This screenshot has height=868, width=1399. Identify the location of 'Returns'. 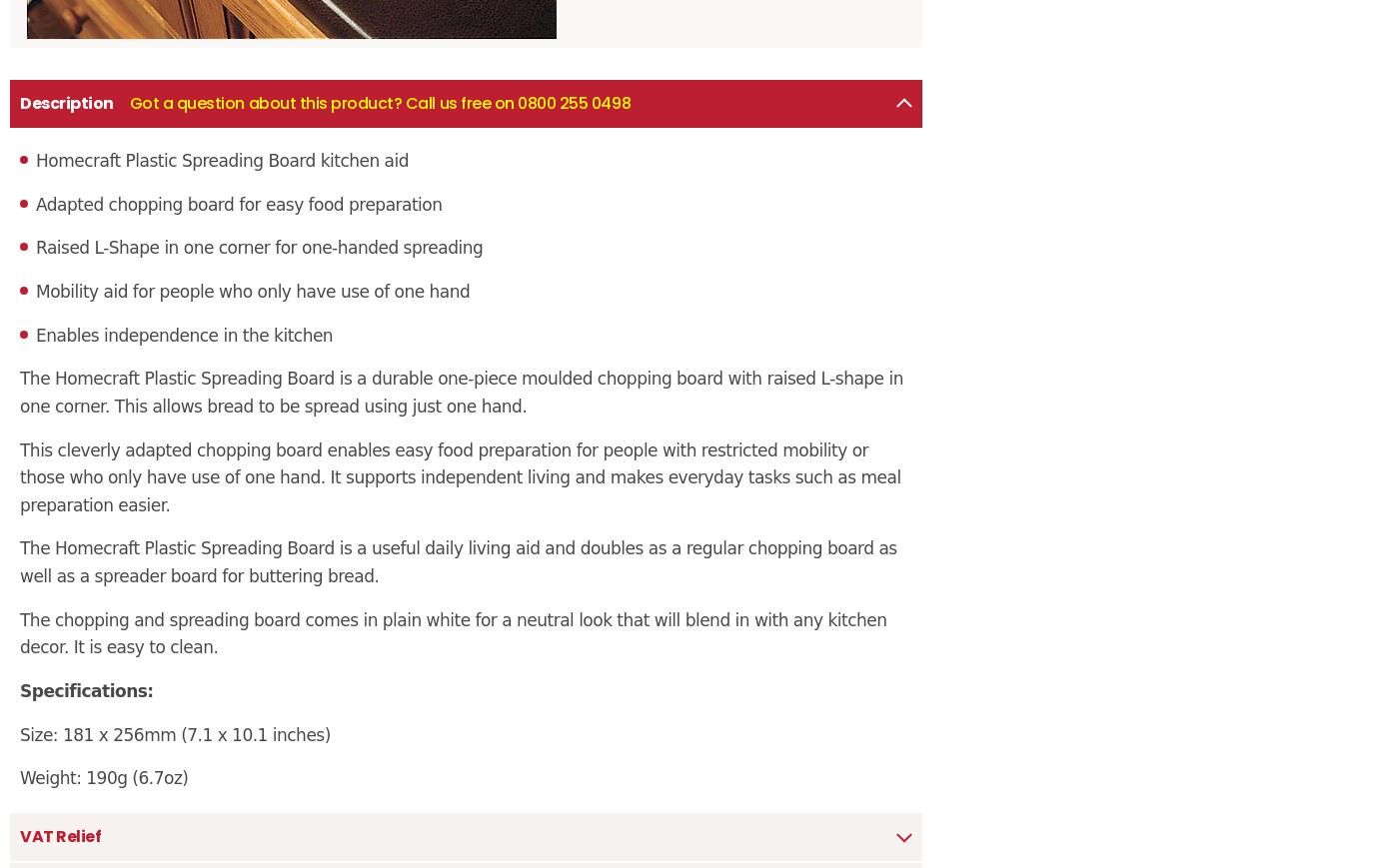
(35, 320).